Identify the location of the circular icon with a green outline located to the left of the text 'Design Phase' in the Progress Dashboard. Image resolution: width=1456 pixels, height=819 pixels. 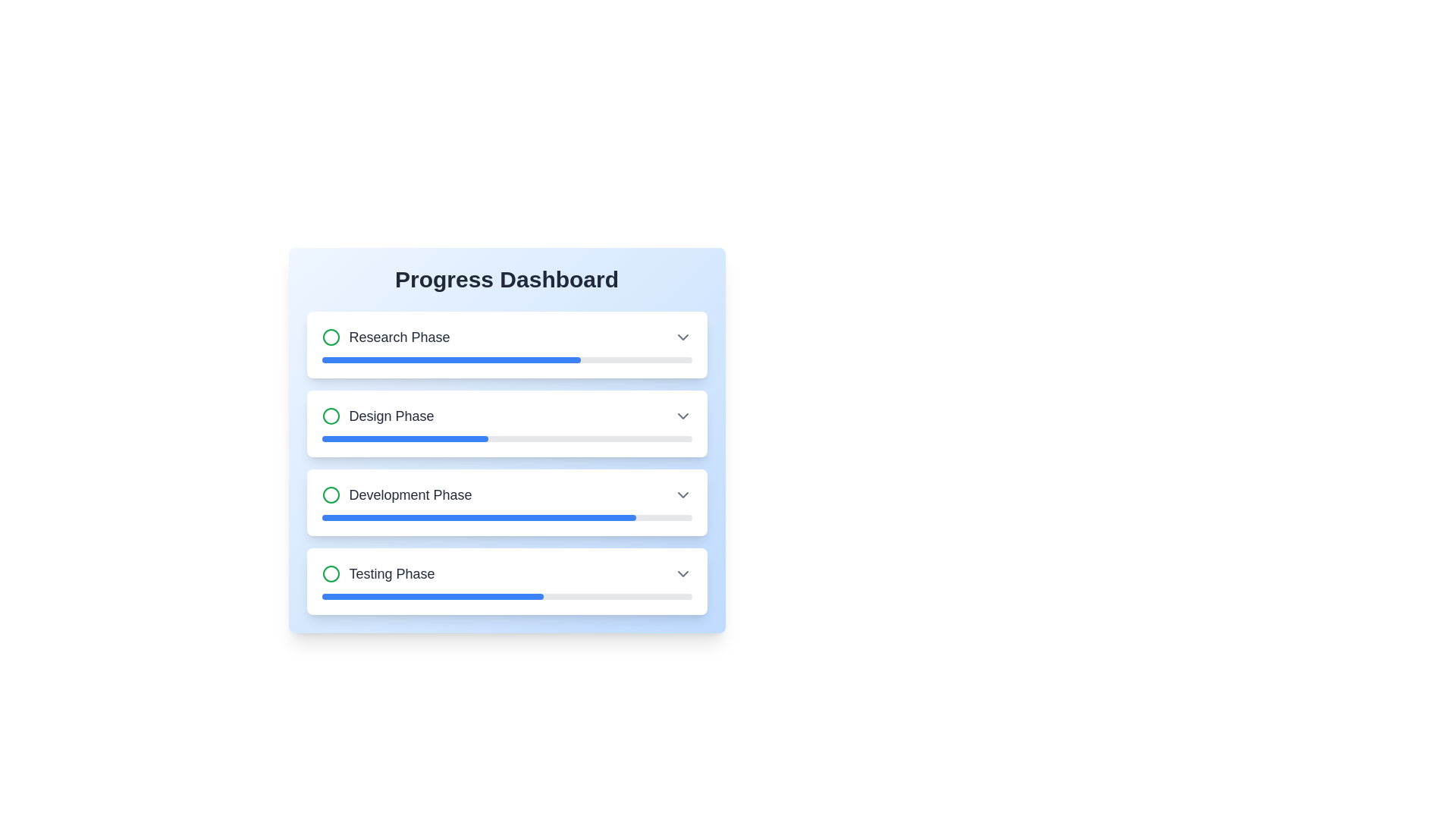
(330, 416).